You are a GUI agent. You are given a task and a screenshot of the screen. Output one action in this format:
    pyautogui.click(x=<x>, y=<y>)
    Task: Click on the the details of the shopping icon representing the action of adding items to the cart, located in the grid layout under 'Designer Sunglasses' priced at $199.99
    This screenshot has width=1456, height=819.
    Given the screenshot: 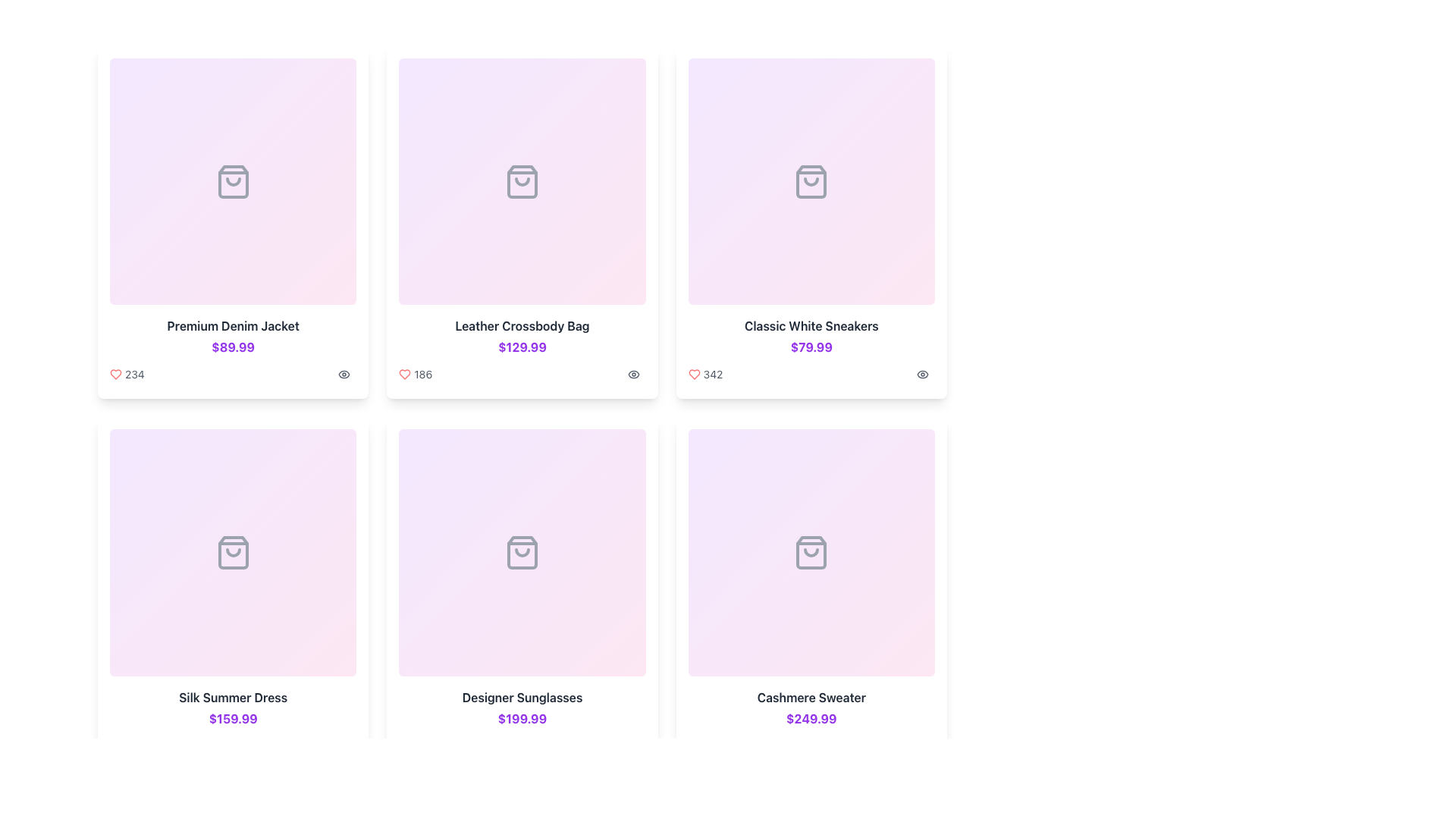 What is the action you would take?
    pyautogui.click(x=522, y=553)
    